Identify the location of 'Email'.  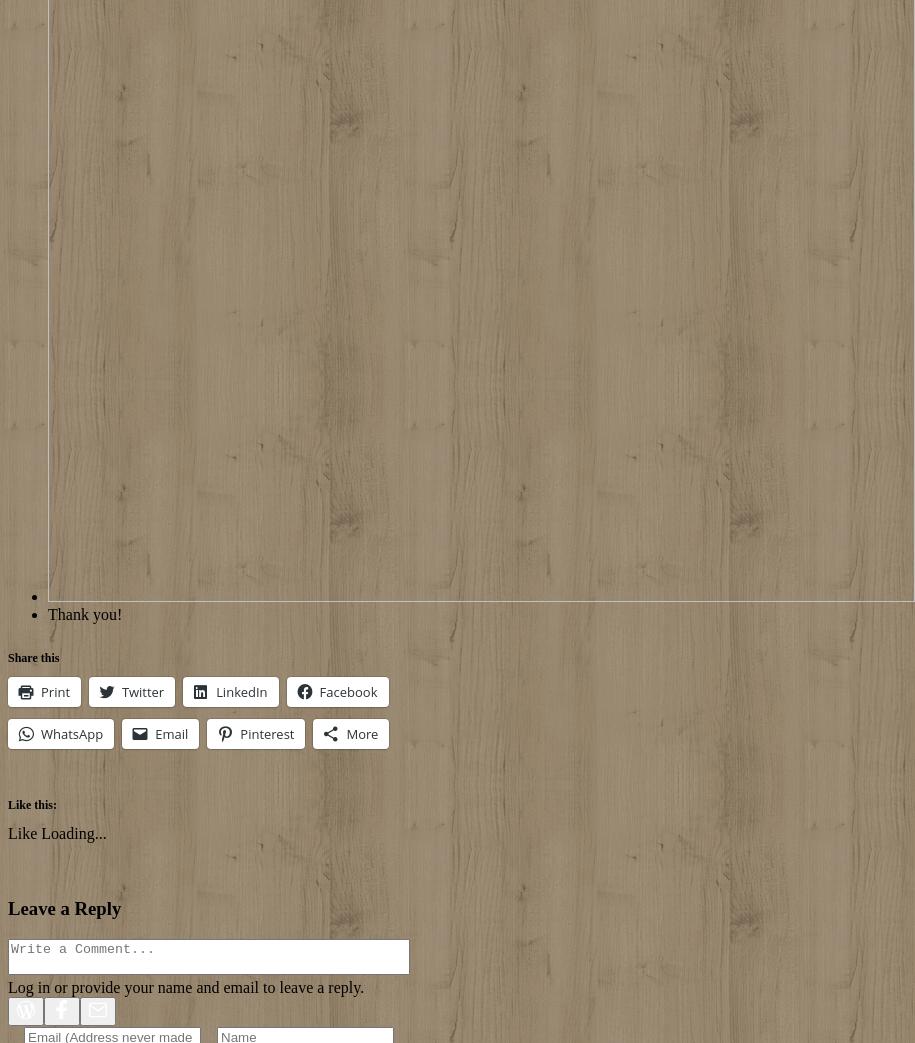
(154, 733).